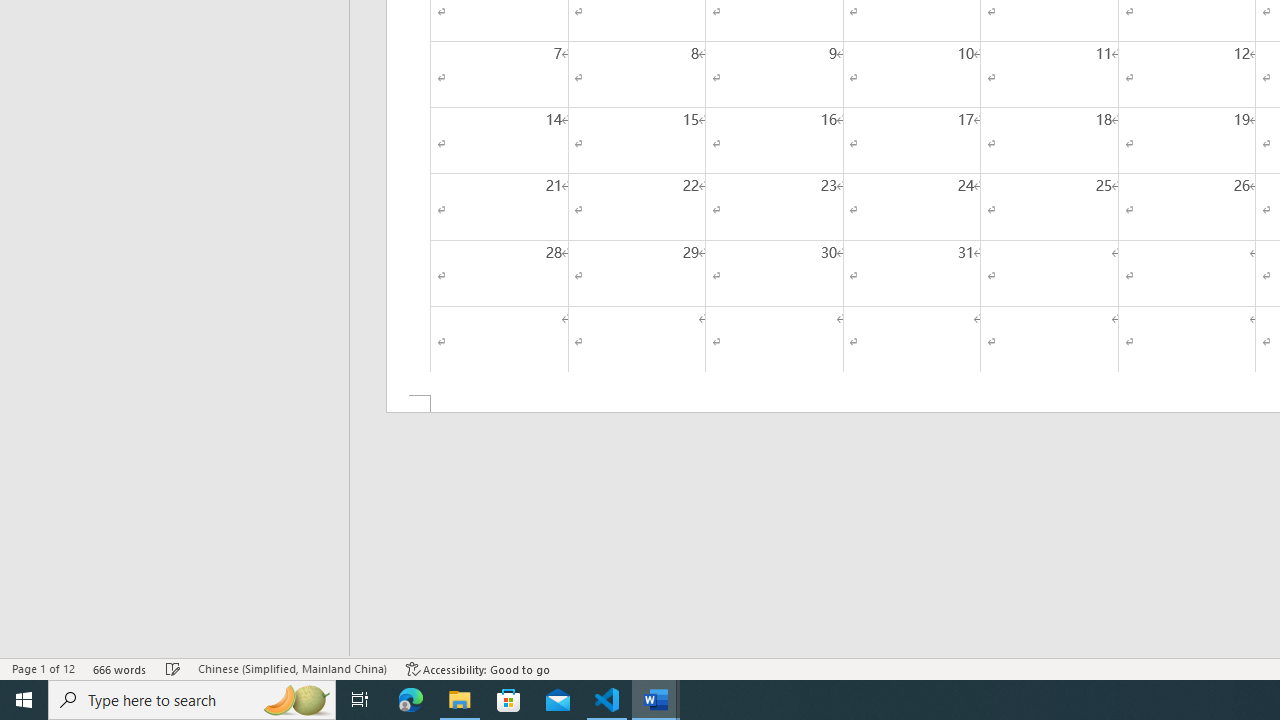 The width and height of the screenshot is (1280, 720). Describe the element at coordinates (477, 669) in the screenshot. I see `'Accessibility Checker Accessibility: Good to go'` at that location.